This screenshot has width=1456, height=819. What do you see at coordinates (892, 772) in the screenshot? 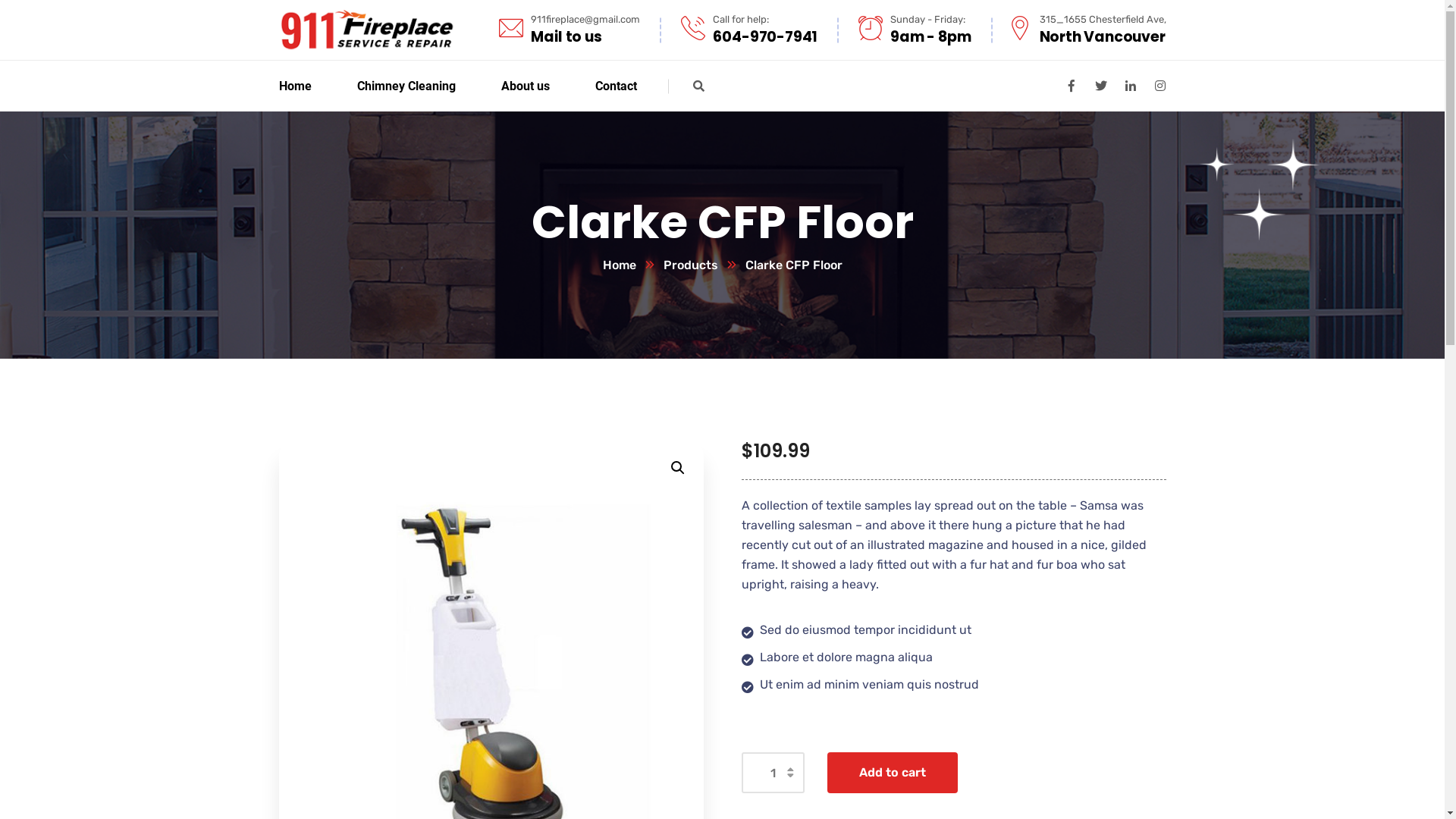
I see `'Add to cart'` at bounding box center [892, 772].